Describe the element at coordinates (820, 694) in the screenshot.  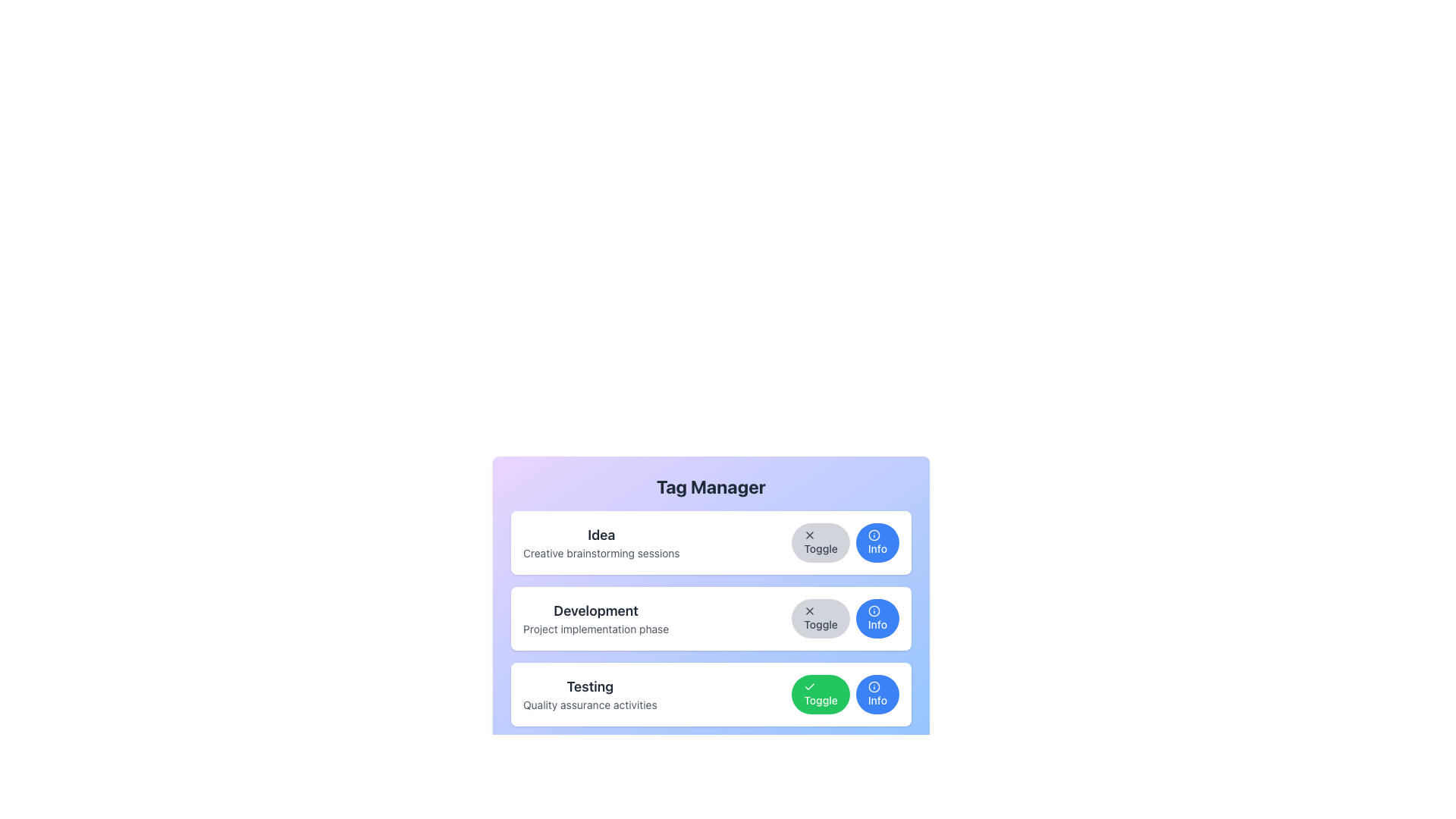
I see `the toggle button located in the 'Testing' row of the 'Tag Manager' interface to change its activation state` at that location.